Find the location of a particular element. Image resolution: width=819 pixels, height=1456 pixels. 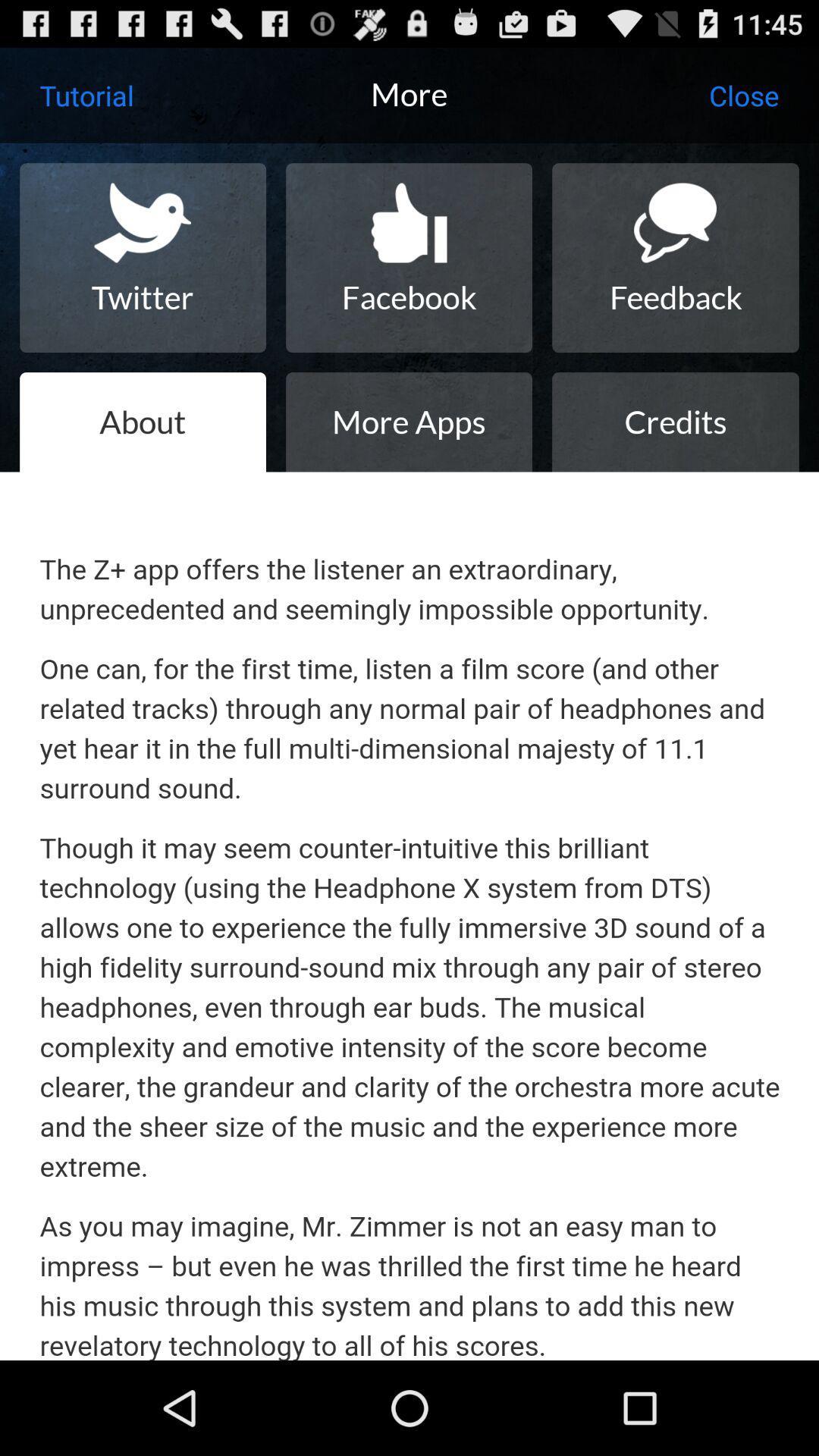

icon to the right of twitter is located at coordinates (408, 258).